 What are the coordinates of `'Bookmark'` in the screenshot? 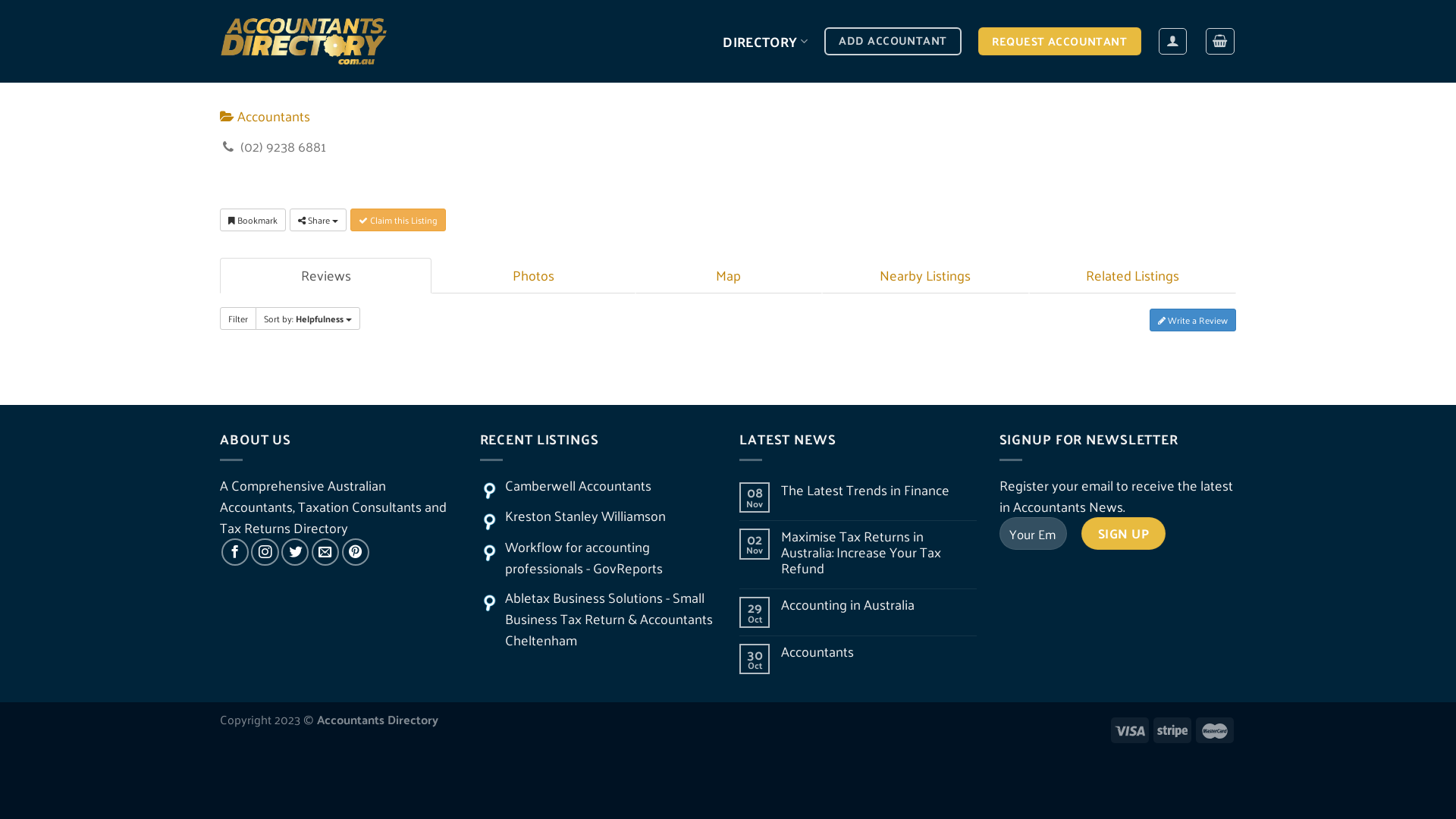 It's located at (253, 219).